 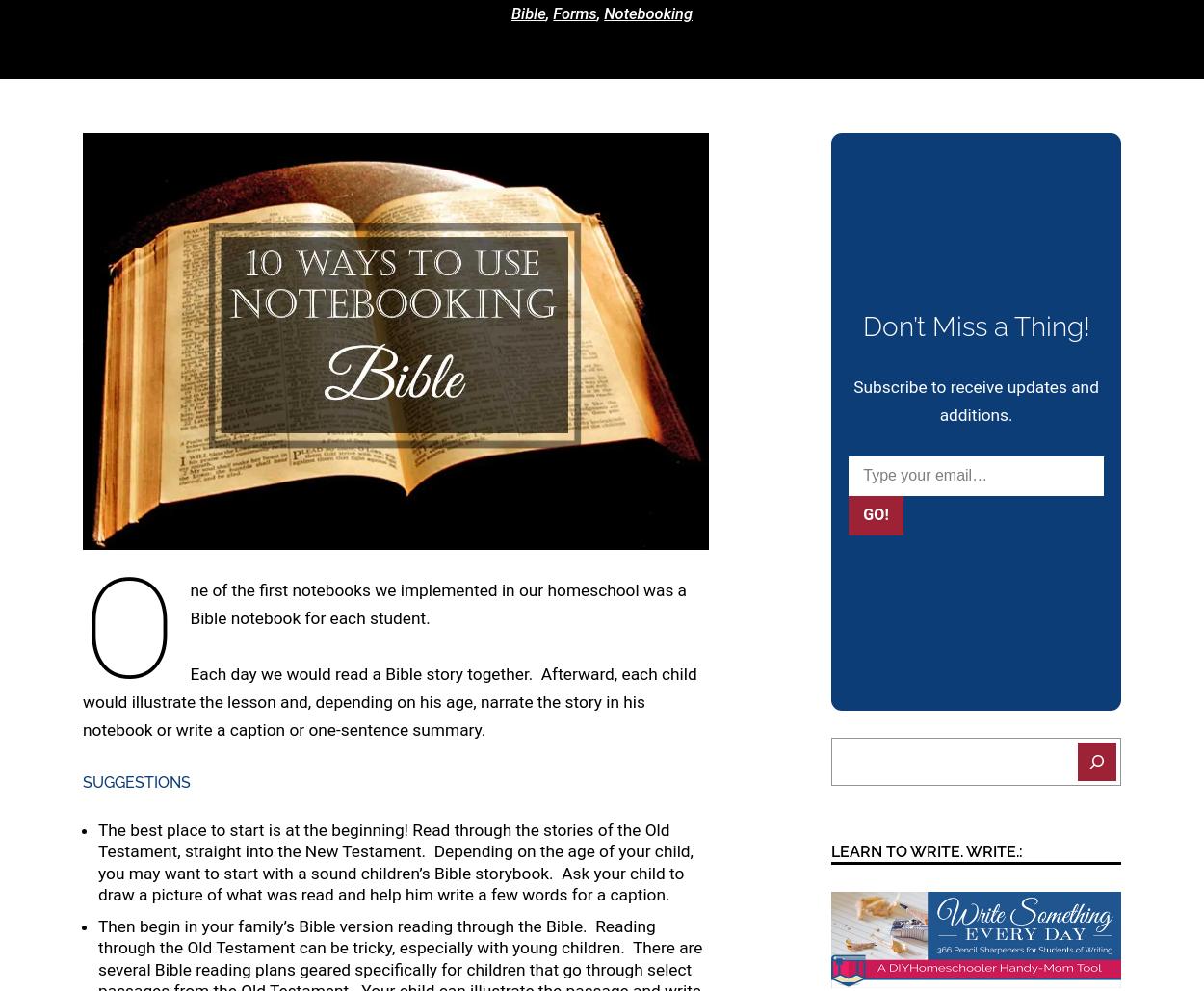 What do you see at coordinates (976, 399) in the screenshot?
I see `'Subscribe to receive updates and additions.'` at bounding box center [976, 399].